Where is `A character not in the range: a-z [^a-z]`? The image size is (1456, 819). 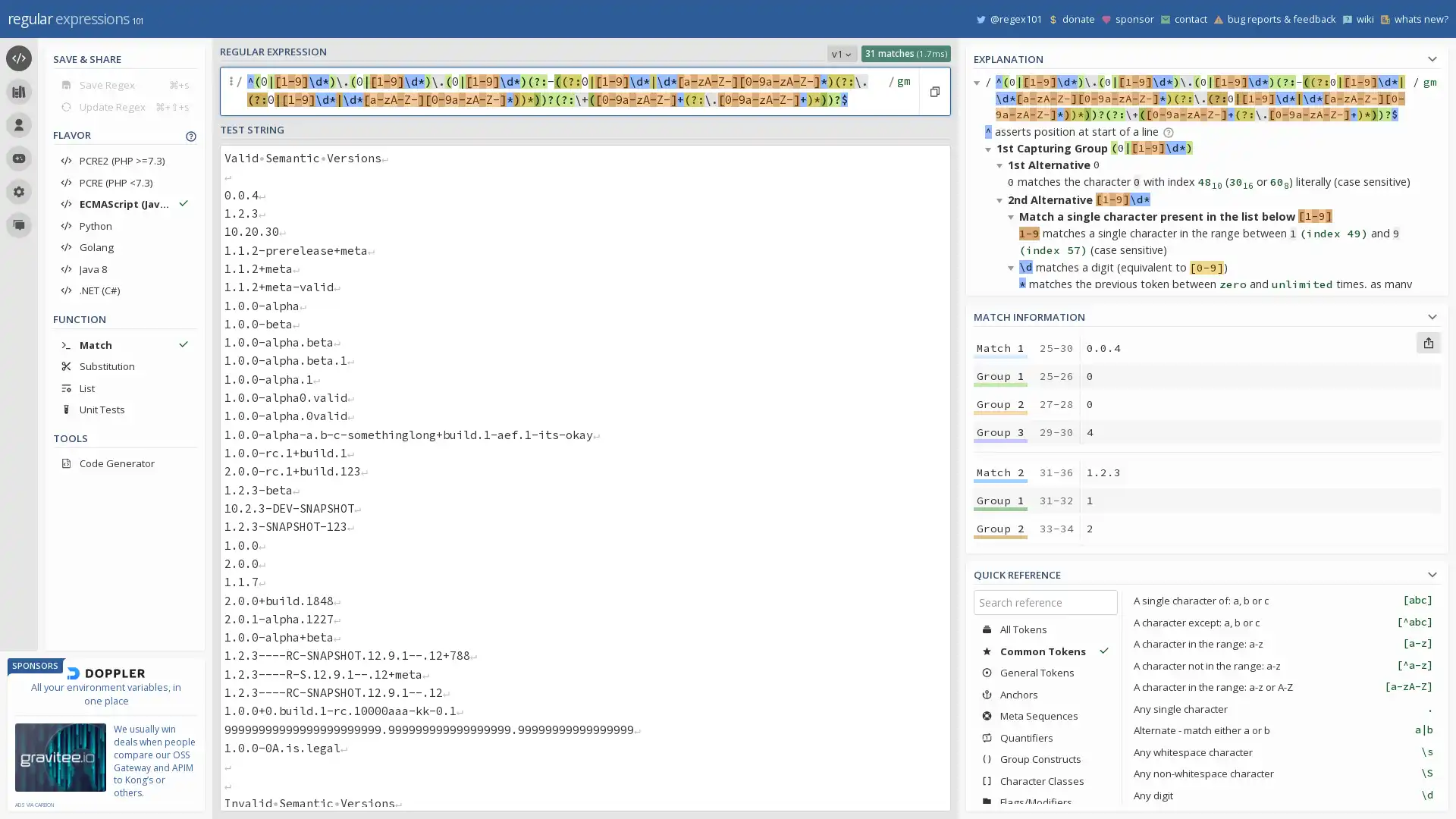 A character not in the range: a-z [^a-z] is located at coordinates (1282, 664).